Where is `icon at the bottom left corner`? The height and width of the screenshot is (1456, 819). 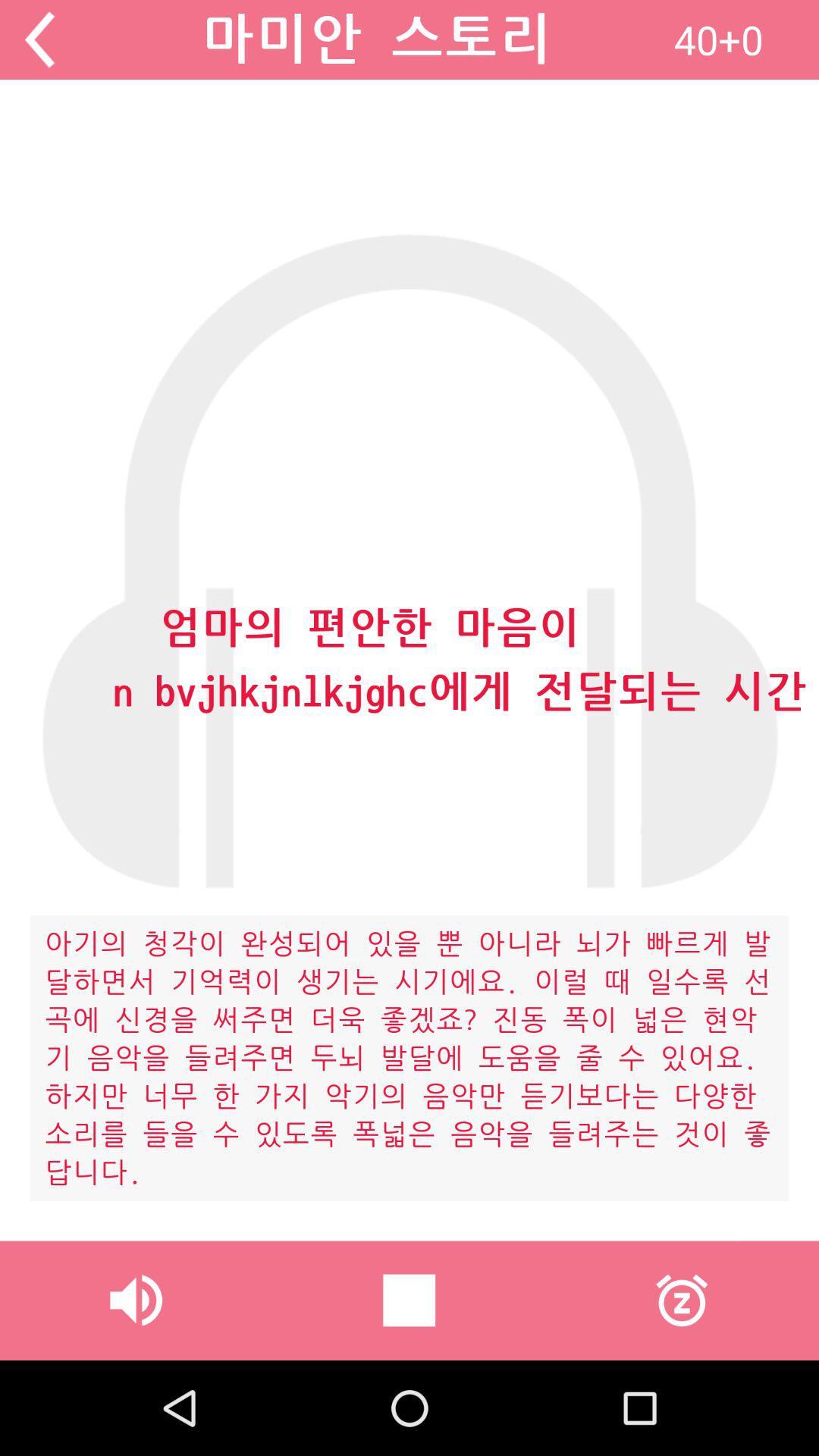 icon at the bottom left corner is located at coordinates (135, 1299).